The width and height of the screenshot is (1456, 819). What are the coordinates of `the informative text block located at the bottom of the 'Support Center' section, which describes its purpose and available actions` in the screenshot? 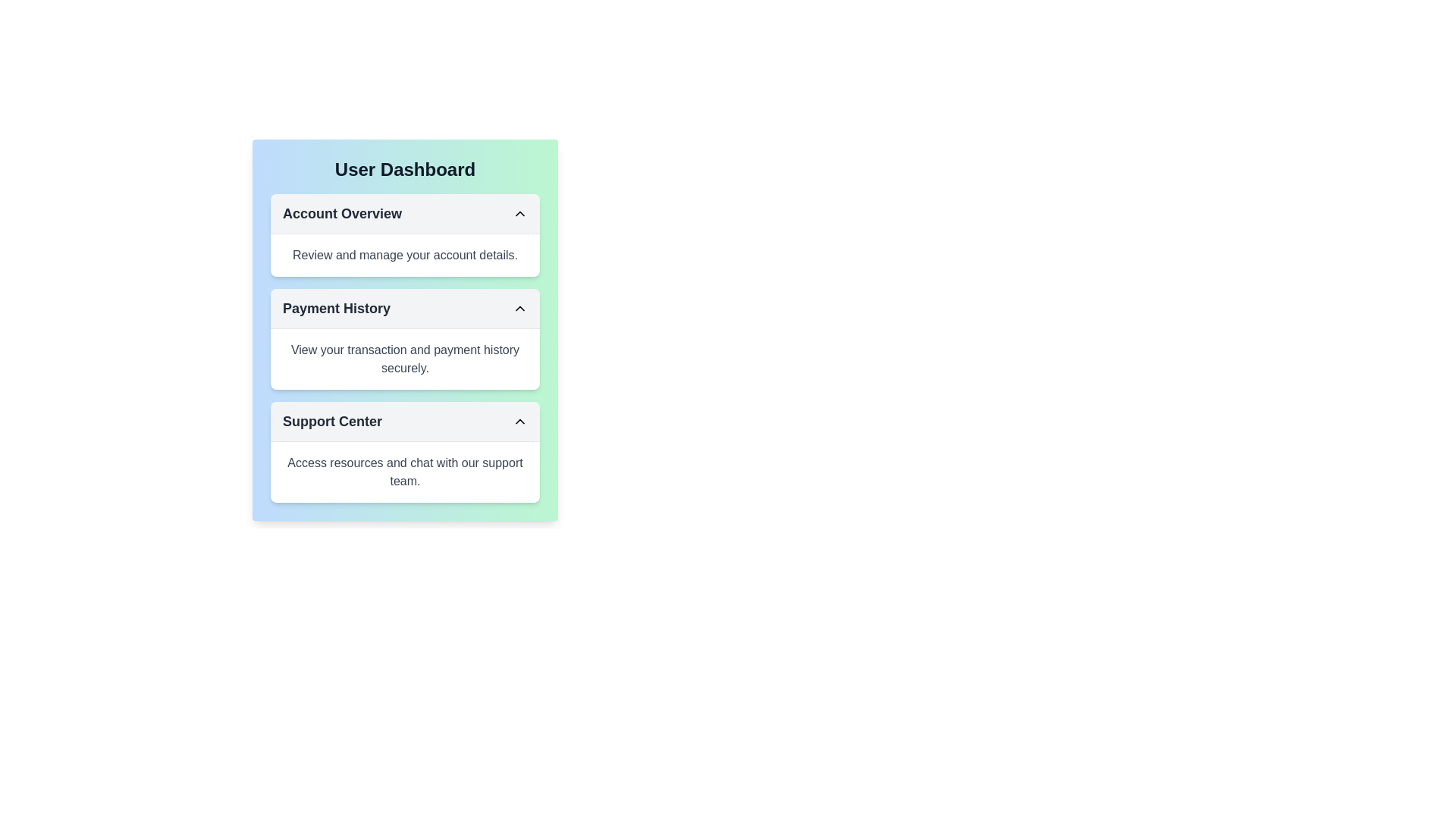 It's located at (405, 471).